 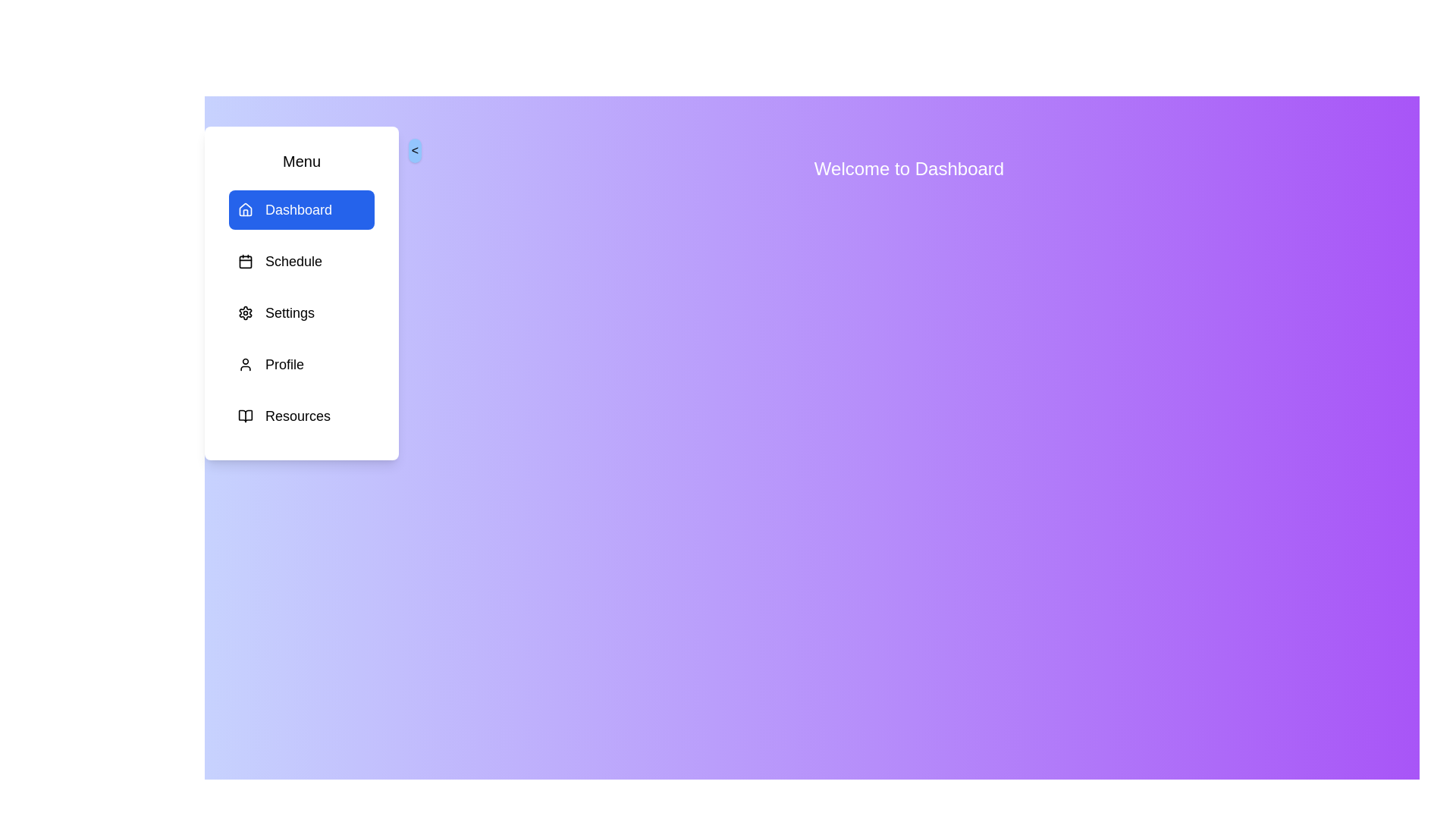 I want to click on the menu item Profile to navigate to its respective page, so click(x=302, y=365).